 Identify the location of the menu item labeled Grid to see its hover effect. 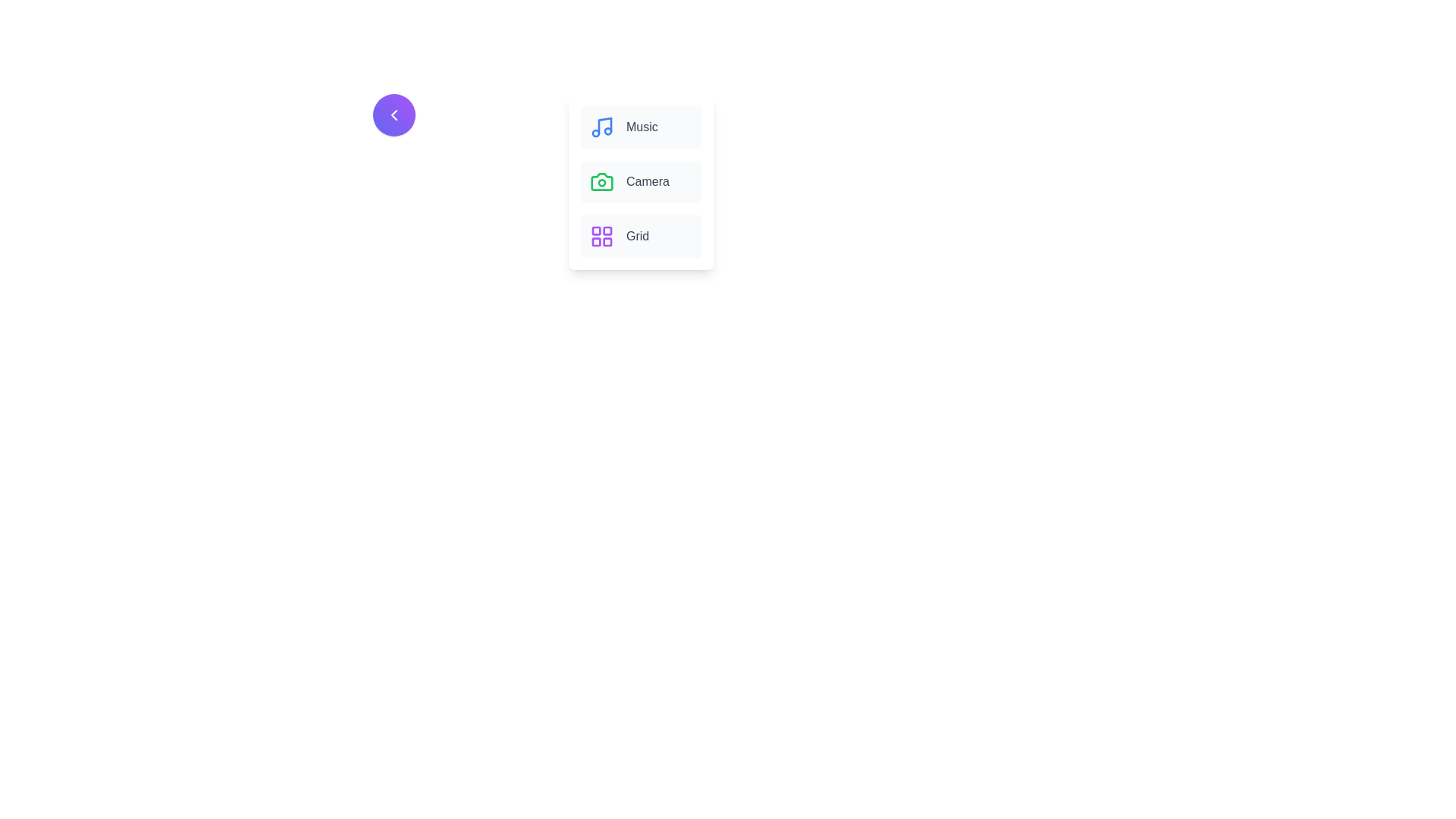
(641, 237).